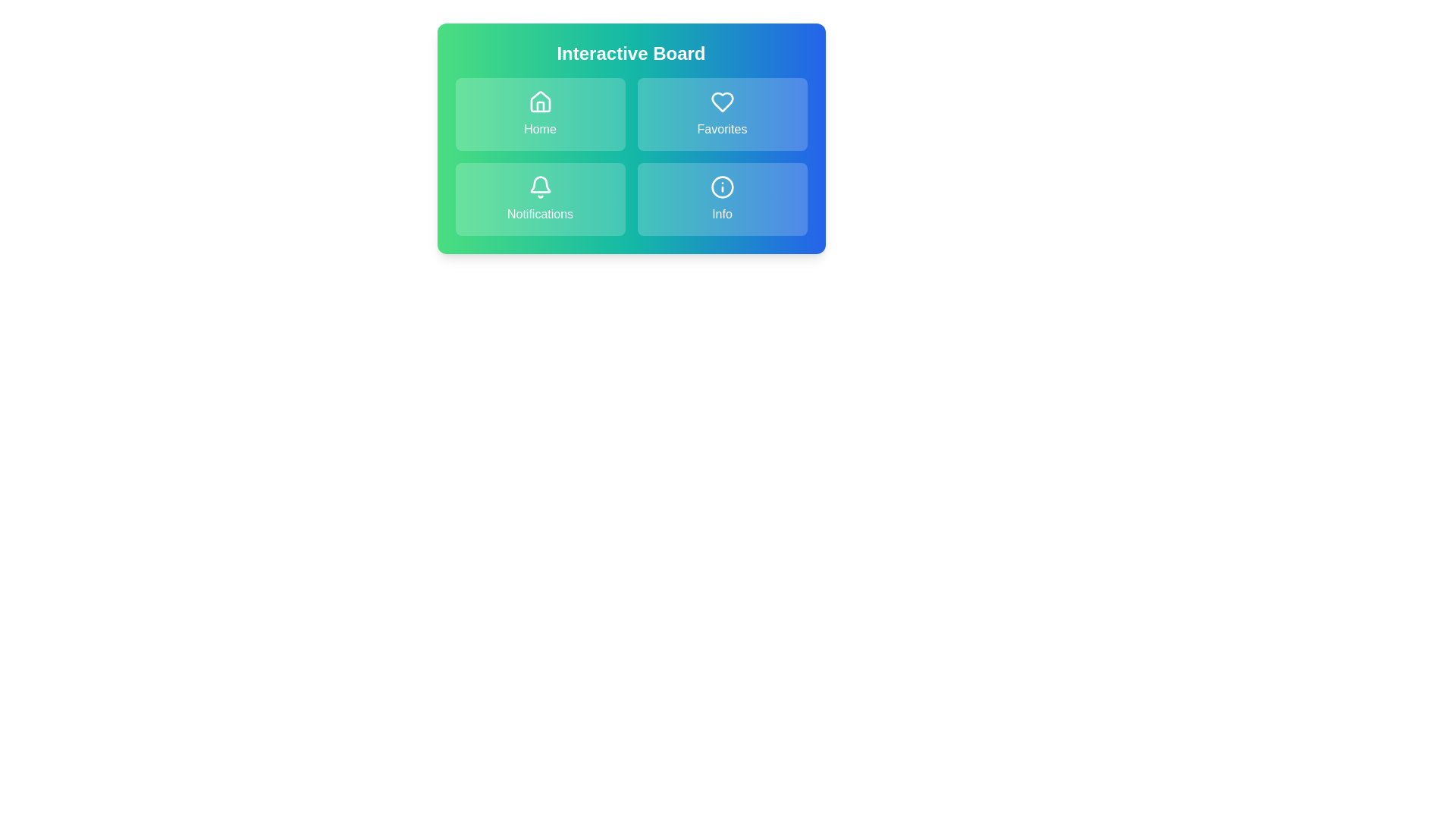  Describe the element at coordinates (540, 198) in the screenshot. I see `the 'Notifications' button located in the bottom-left corner of the interface` at that location.